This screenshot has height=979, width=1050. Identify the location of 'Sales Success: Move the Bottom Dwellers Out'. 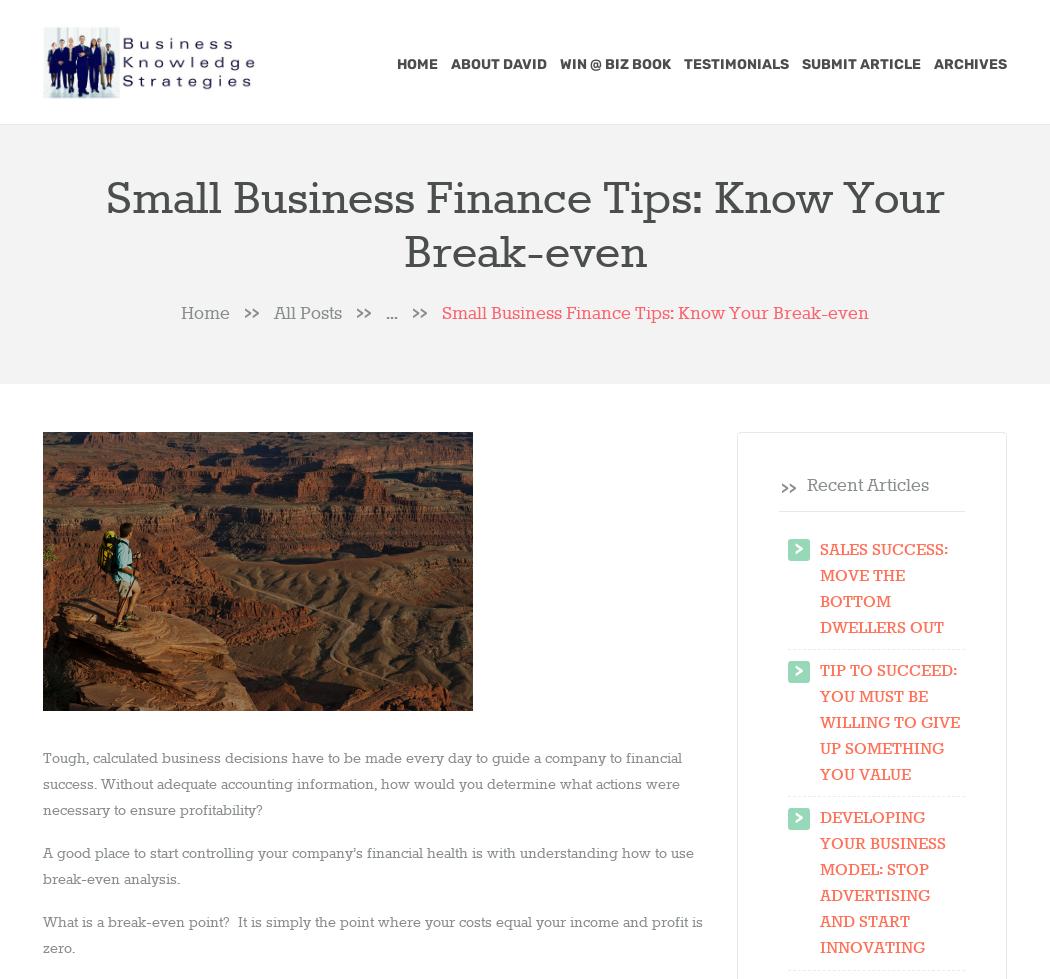
(882, 588).